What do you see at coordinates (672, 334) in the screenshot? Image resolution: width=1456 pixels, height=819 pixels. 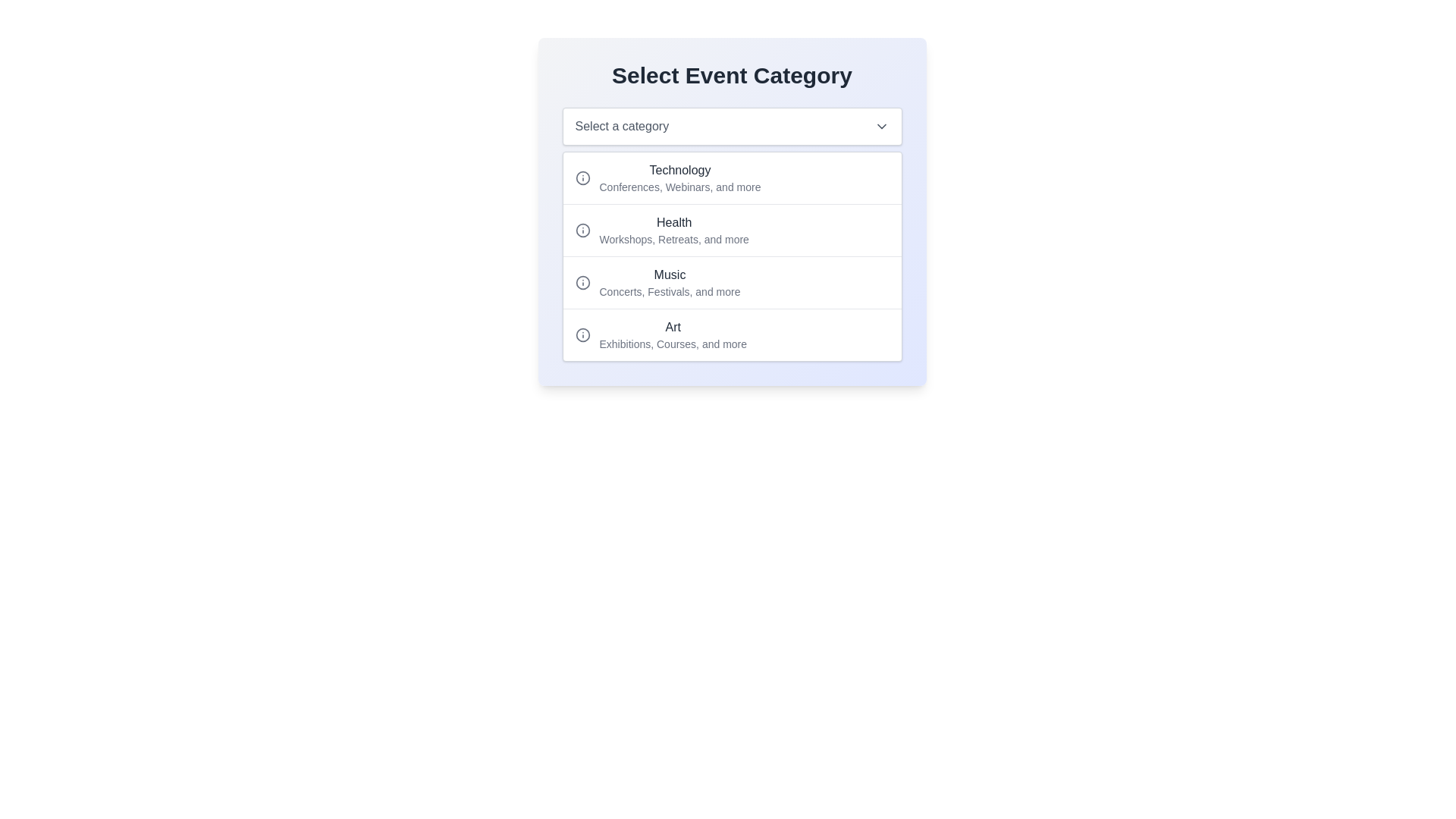 I see `the 'Art' category option in the 'Select Event Category' vertical list` at bounding box center [672, 334].